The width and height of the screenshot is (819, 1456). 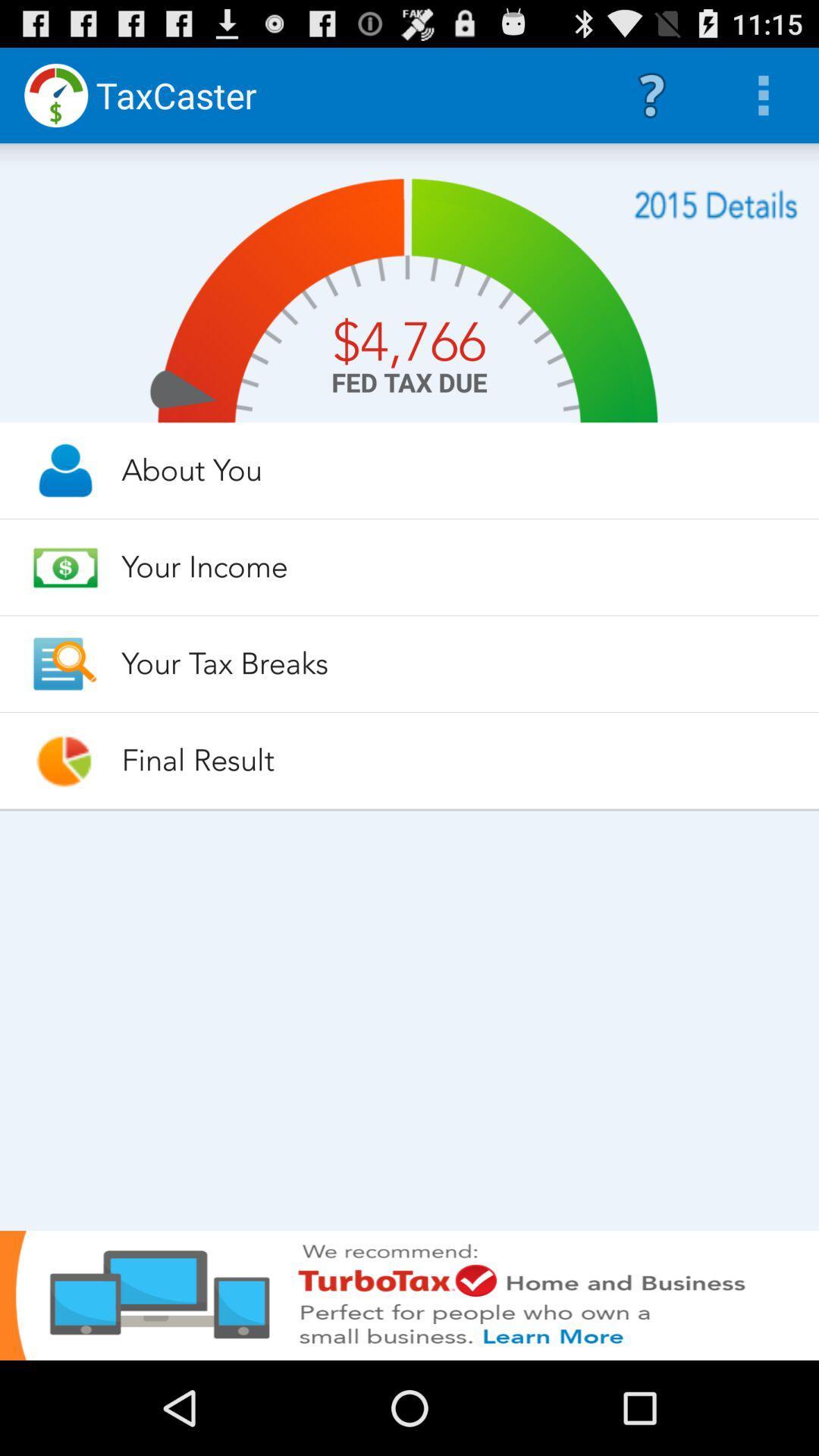 What do you see at coordinates (456, 469) in the screenshot?
I see `icon above the your income app` at bounding box center [456, 469].